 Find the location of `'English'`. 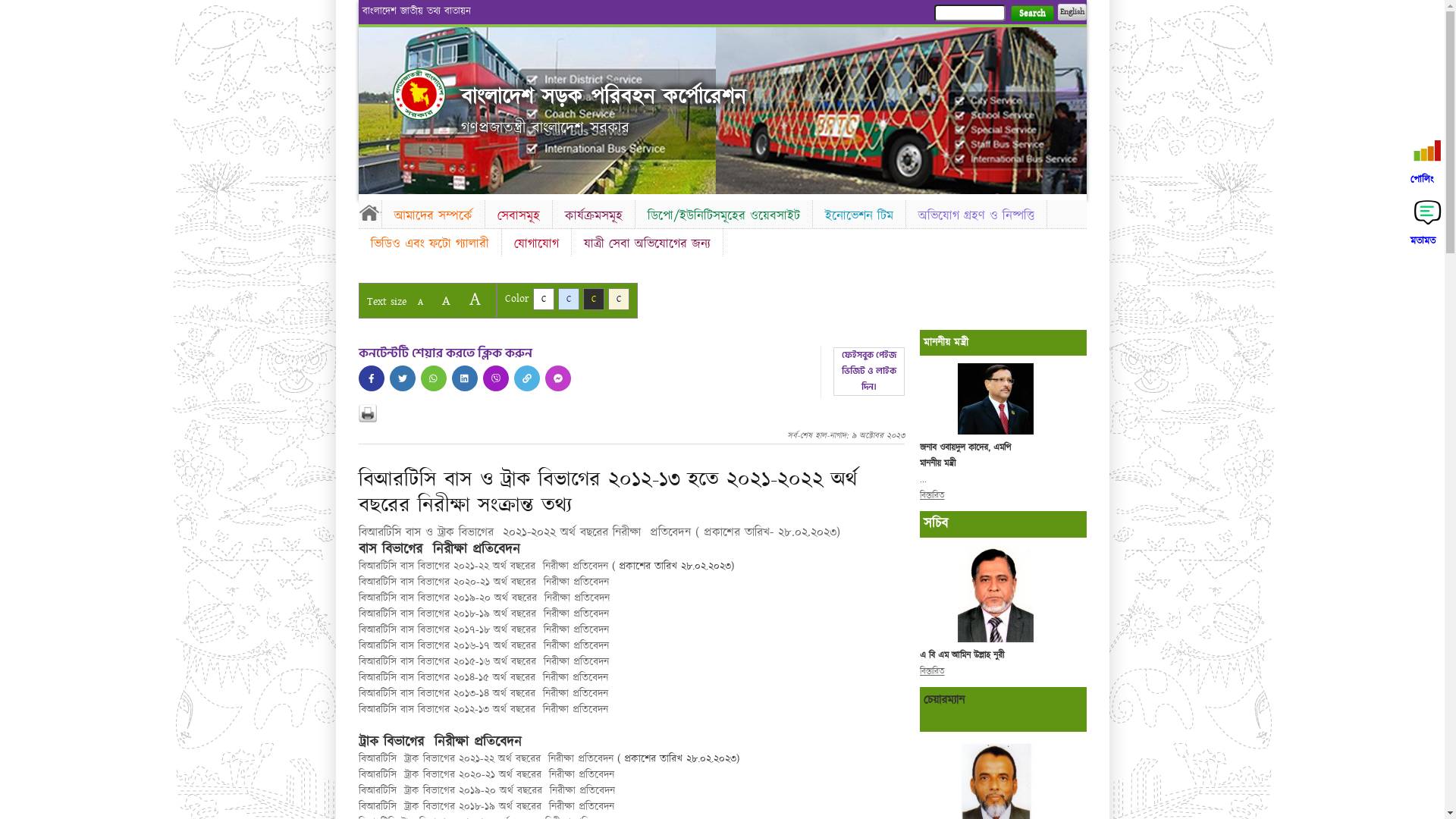

'English' is located at coordinates (1070, 11).